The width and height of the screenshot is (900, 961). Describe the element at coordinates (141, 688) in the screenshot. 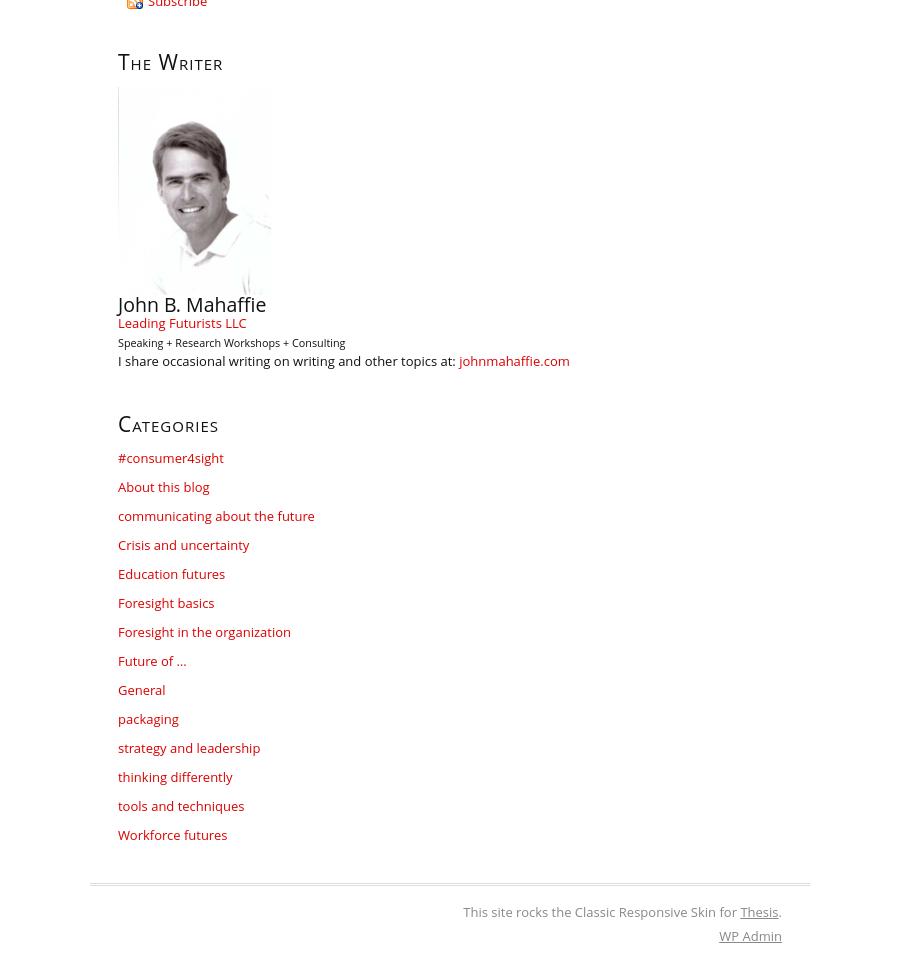

I see `'General'` at that location.